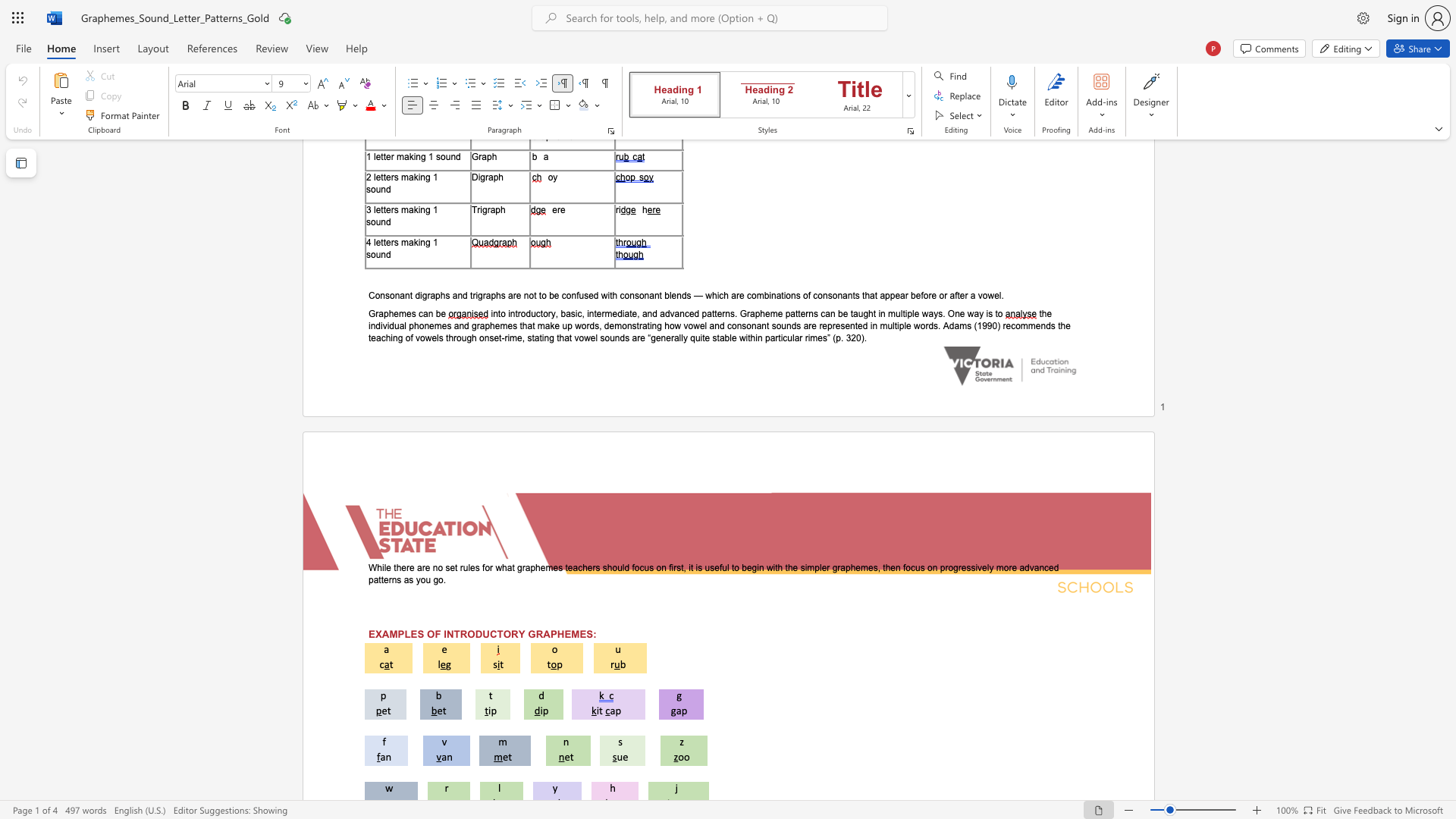  What do you see at coordinates (375, 634) in the screenshot?
I see `the subset text "XAMP" within the text "EXAMPLES OF INTRODUCTORY GRAPHEMES:"` at bounding box center [375, 634].